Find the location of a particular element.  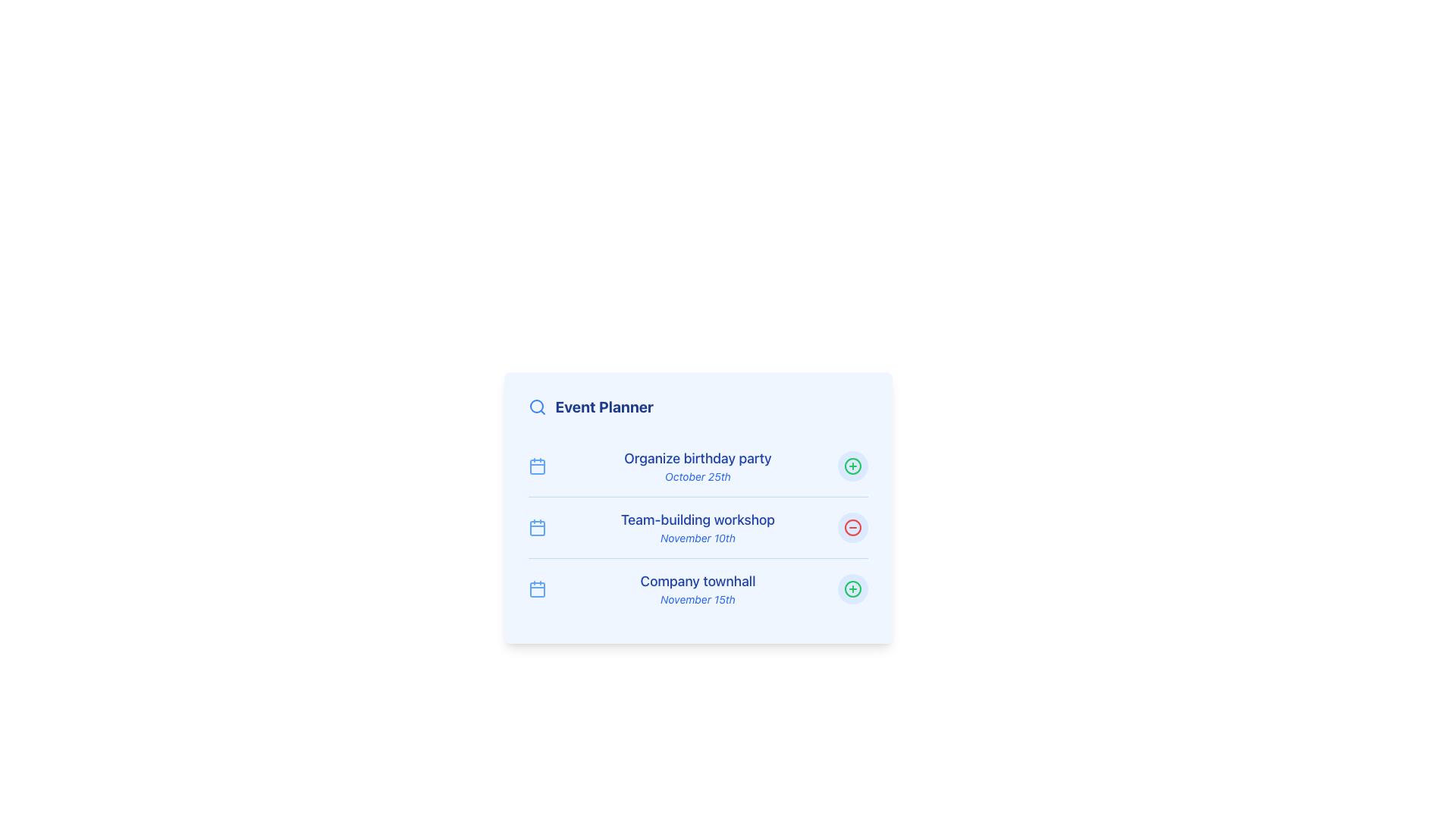

the circle within the magnifying glass icon located to the left of the 'Event Planner' text in the header at the top of the card is located at coordinates (536, 406).